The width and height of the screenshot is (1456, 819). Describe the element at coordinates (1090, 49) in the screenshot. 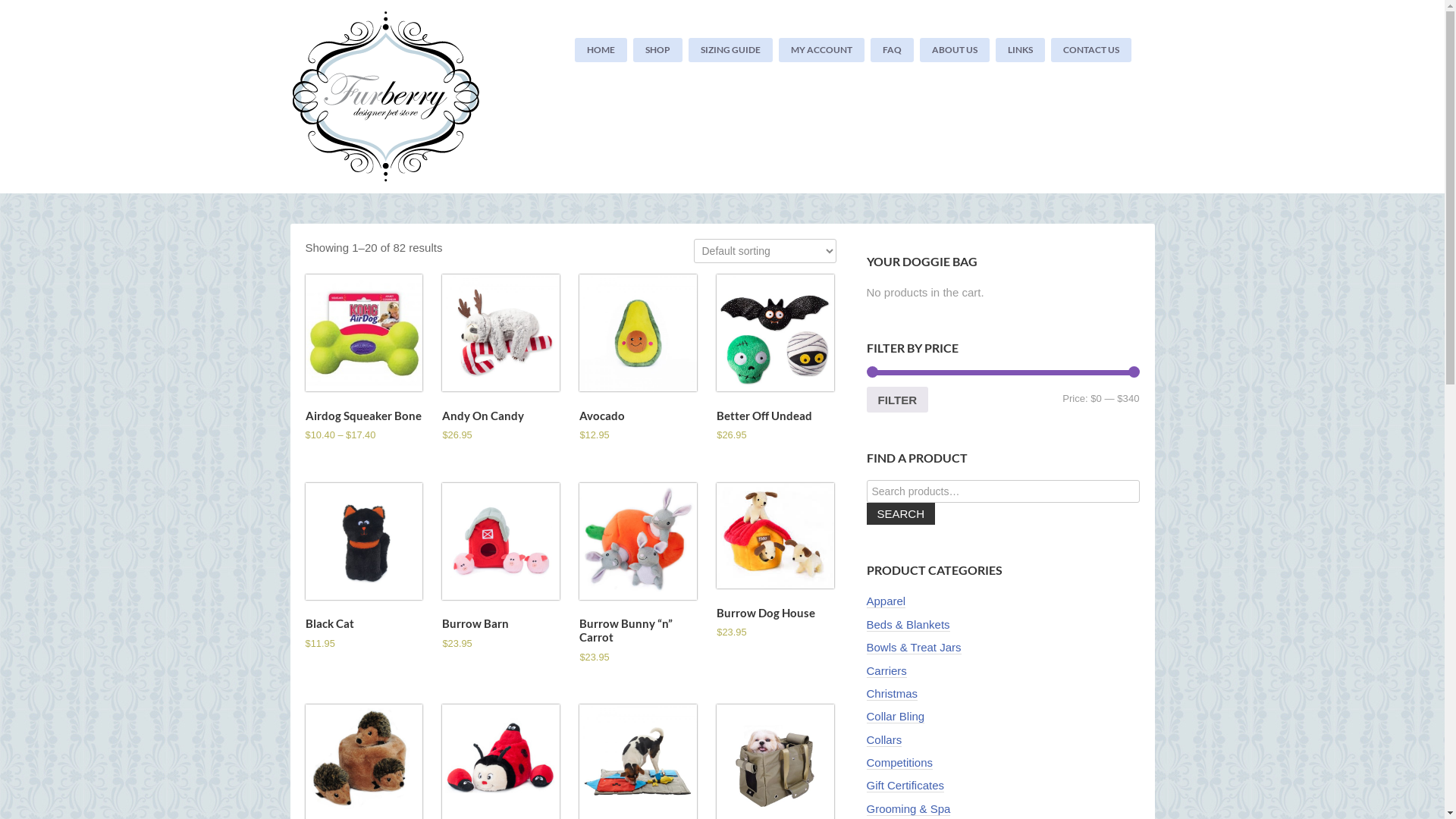

I see `'CONTACT US'` at that location.